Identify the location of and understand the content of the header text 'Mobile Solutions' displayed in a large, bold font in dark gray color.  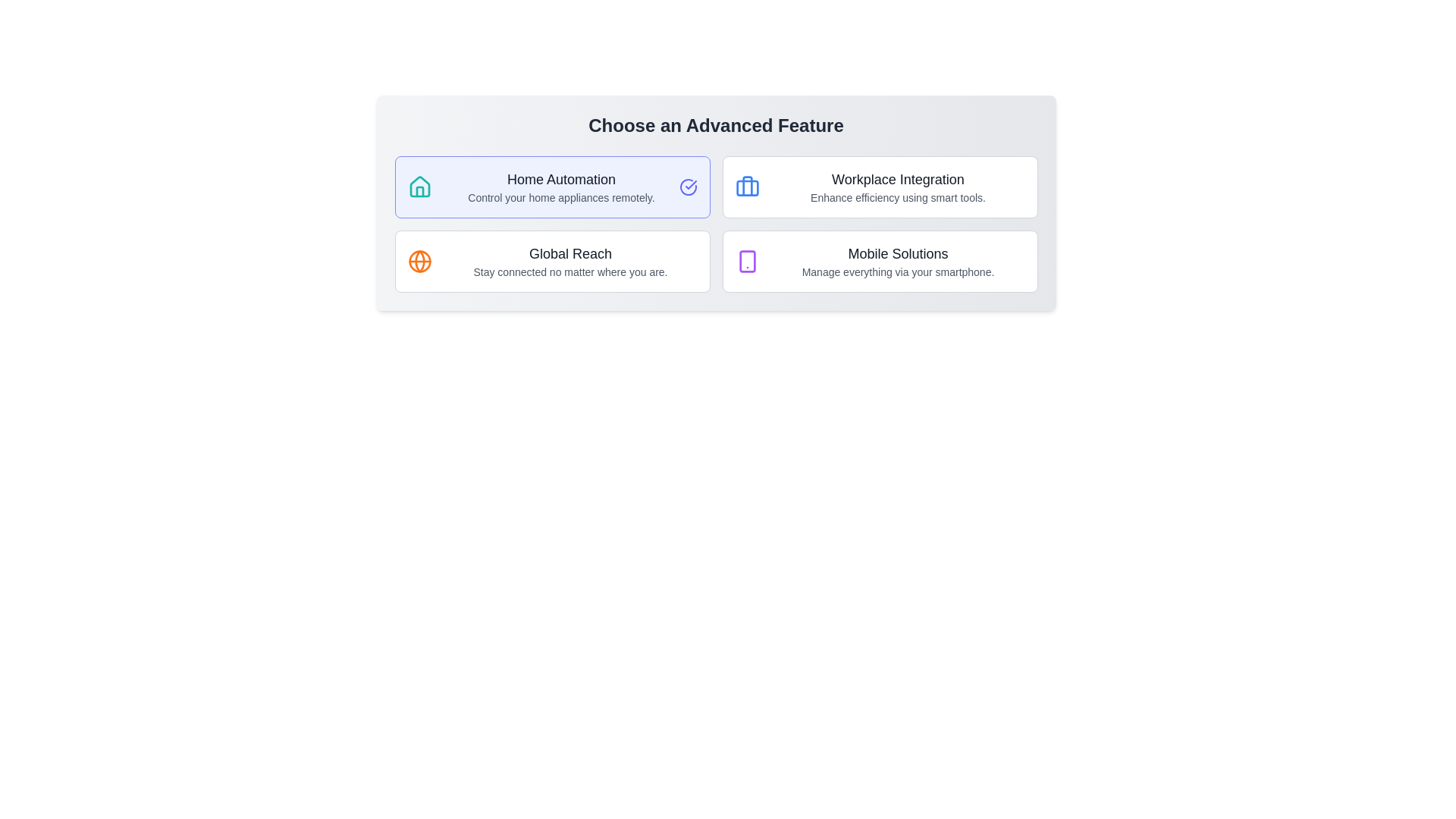
(898, 253).